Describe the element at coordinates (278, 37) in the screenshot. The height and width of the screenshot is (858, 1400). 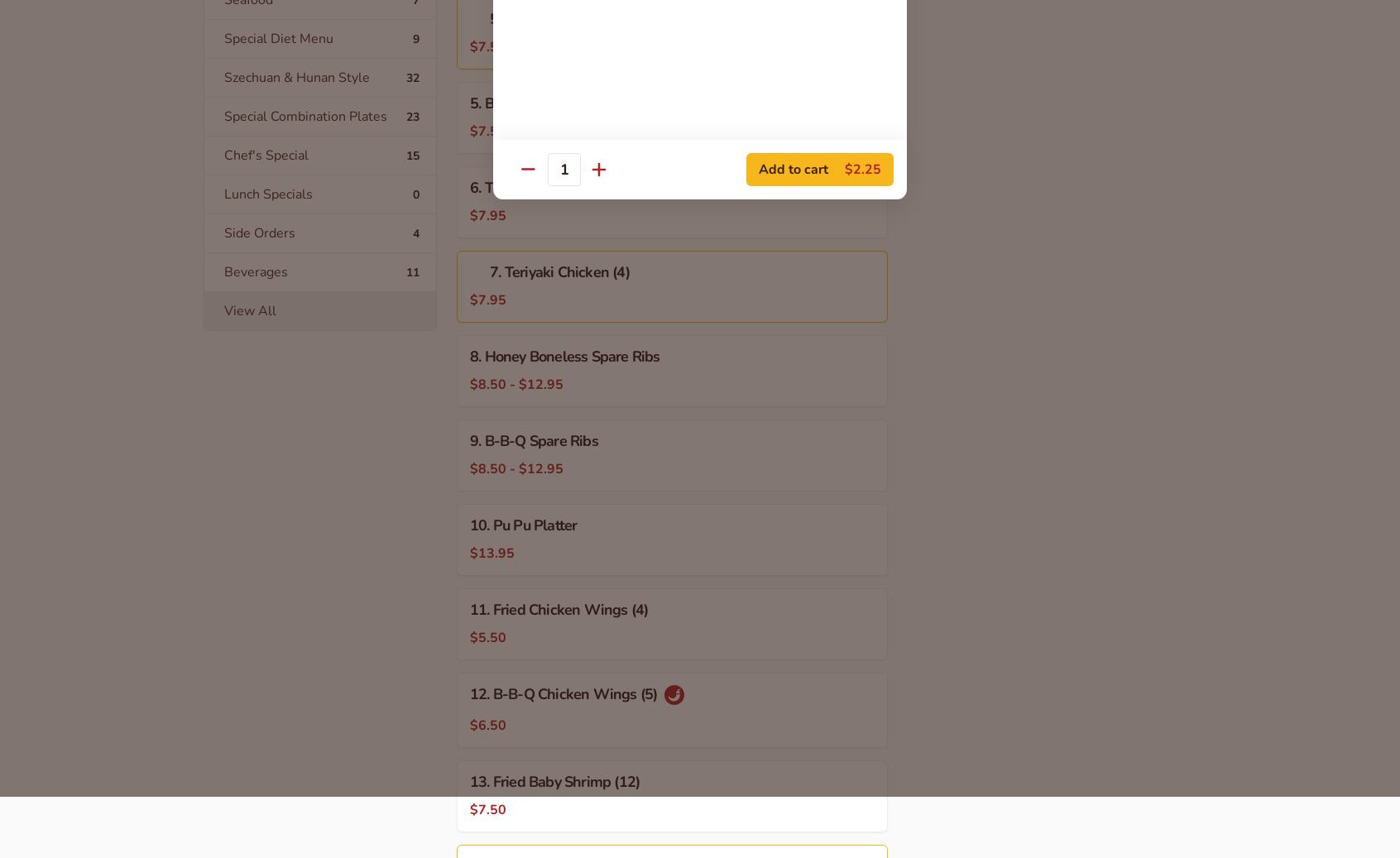
I see `'Special Diet Menu'` at that location.